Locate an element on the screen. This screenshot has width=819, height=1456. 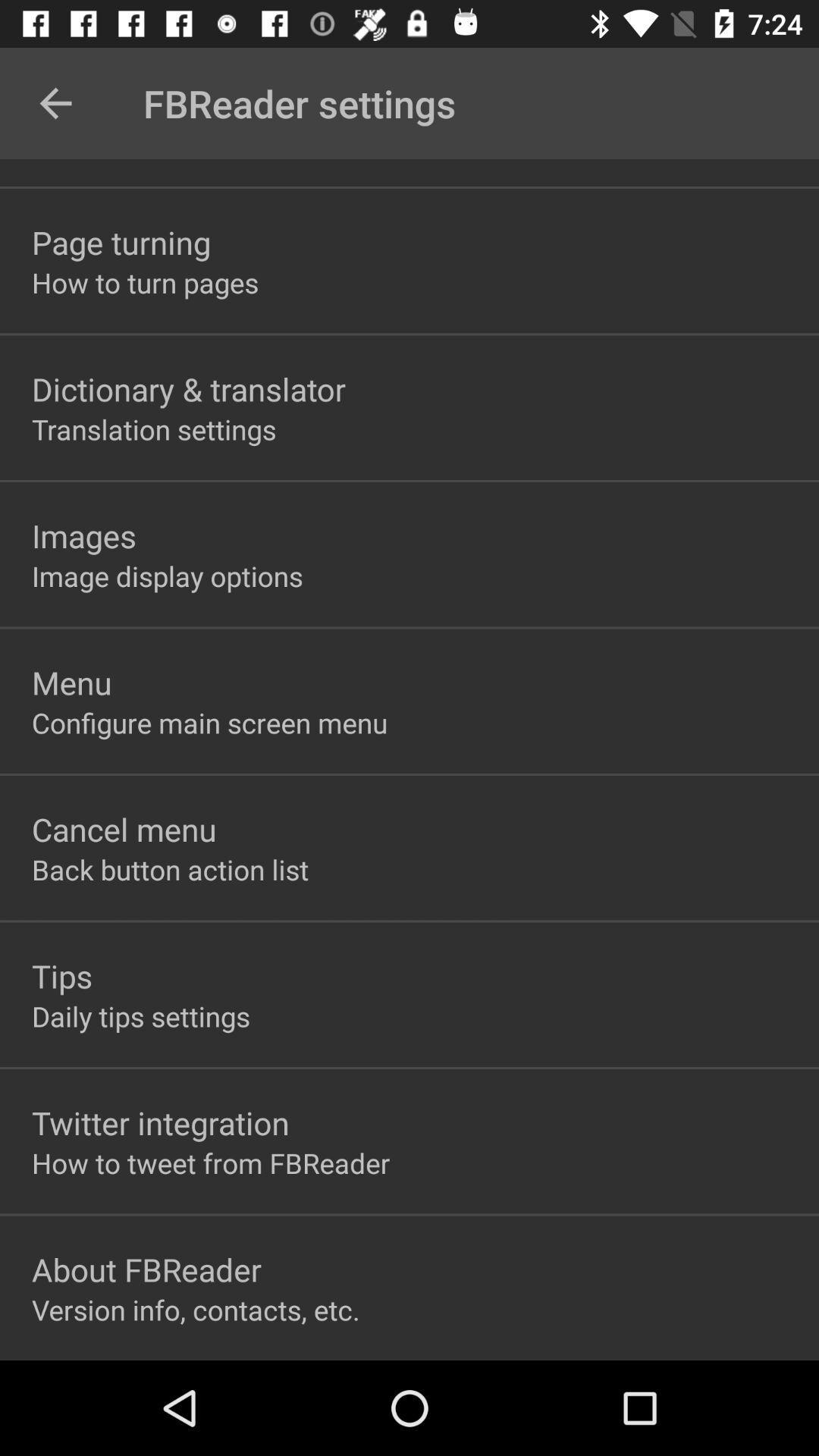
the item below the daily tips settings icon is located at coordinates (160, 1122).